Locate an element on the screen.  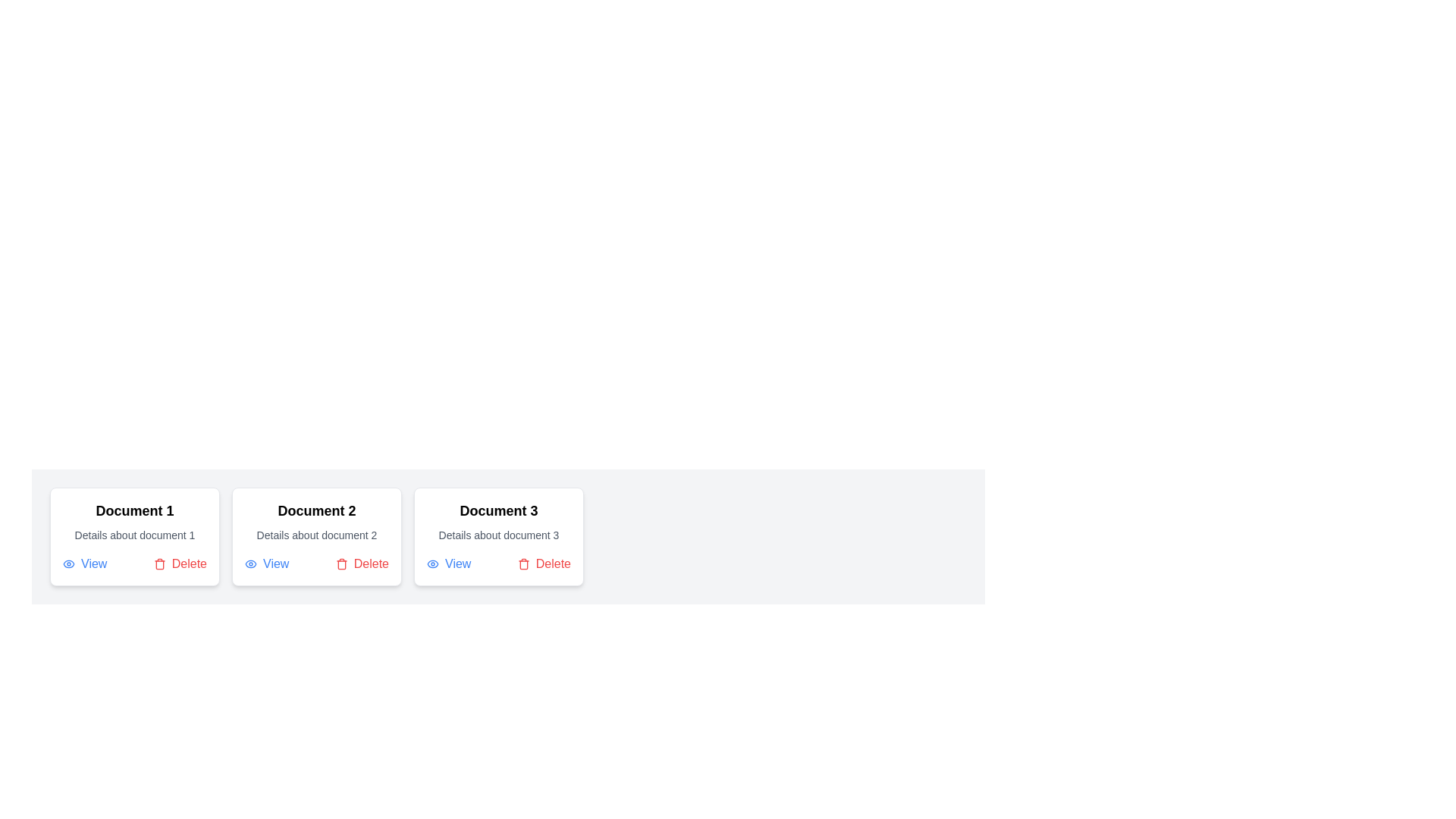
the eye-shaped icon with a thin outline located to the left of the text 'View' in the 'View' button of the third card for 'Document 3' is located at coordinates (432, 564).